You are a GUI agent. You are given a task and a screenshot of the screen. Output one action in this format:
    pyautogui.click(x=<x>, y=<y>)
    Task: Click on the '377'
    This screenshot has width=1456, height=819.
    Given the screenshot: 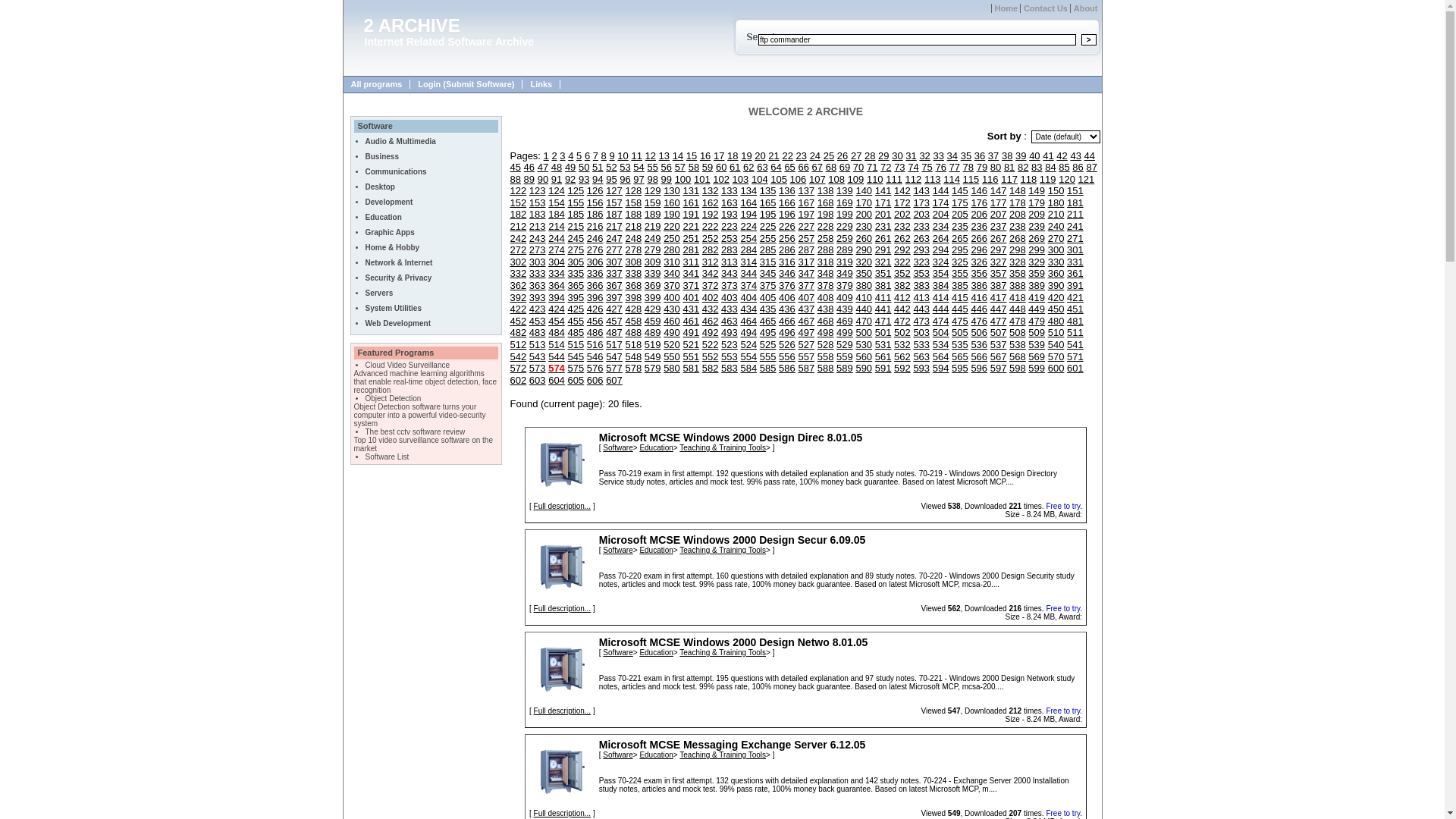 What is the action you would take?
    pyautogui.click(x=805, y=285)
    